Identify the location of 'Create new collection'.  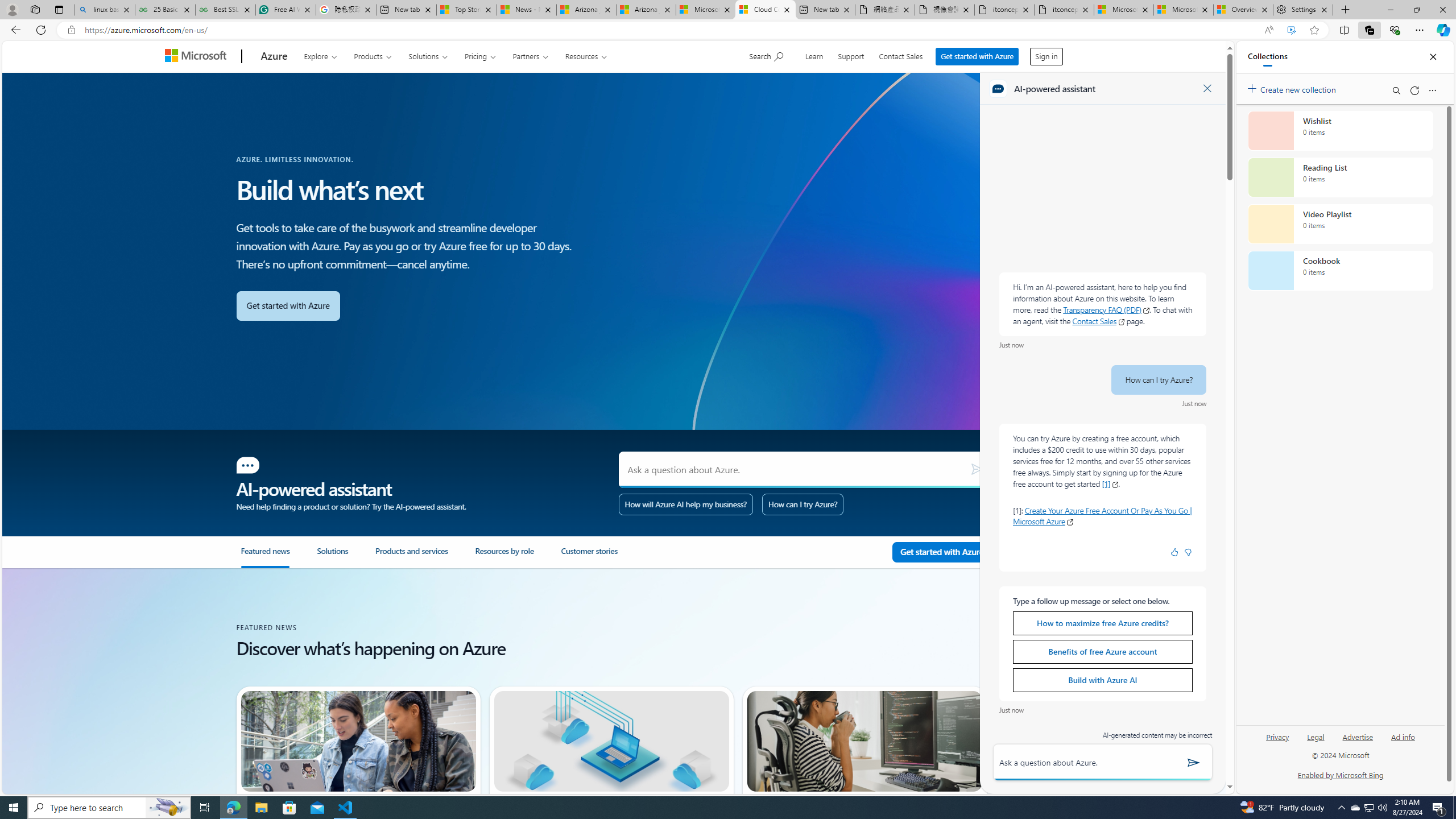
(1293, 87).